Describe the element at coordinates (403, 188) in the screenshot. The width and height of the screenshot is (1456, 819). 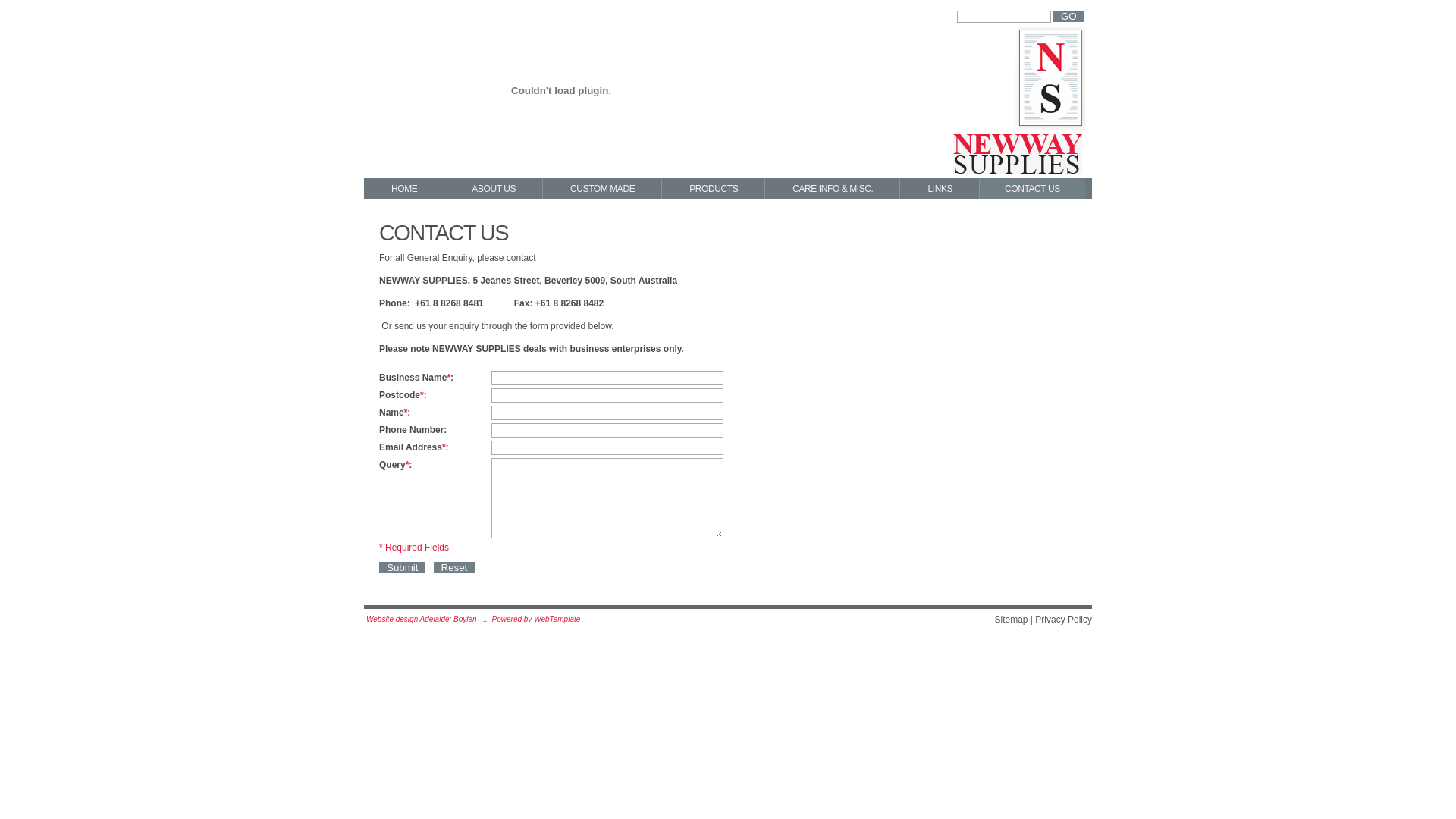
I see `'HOME'` at that location.